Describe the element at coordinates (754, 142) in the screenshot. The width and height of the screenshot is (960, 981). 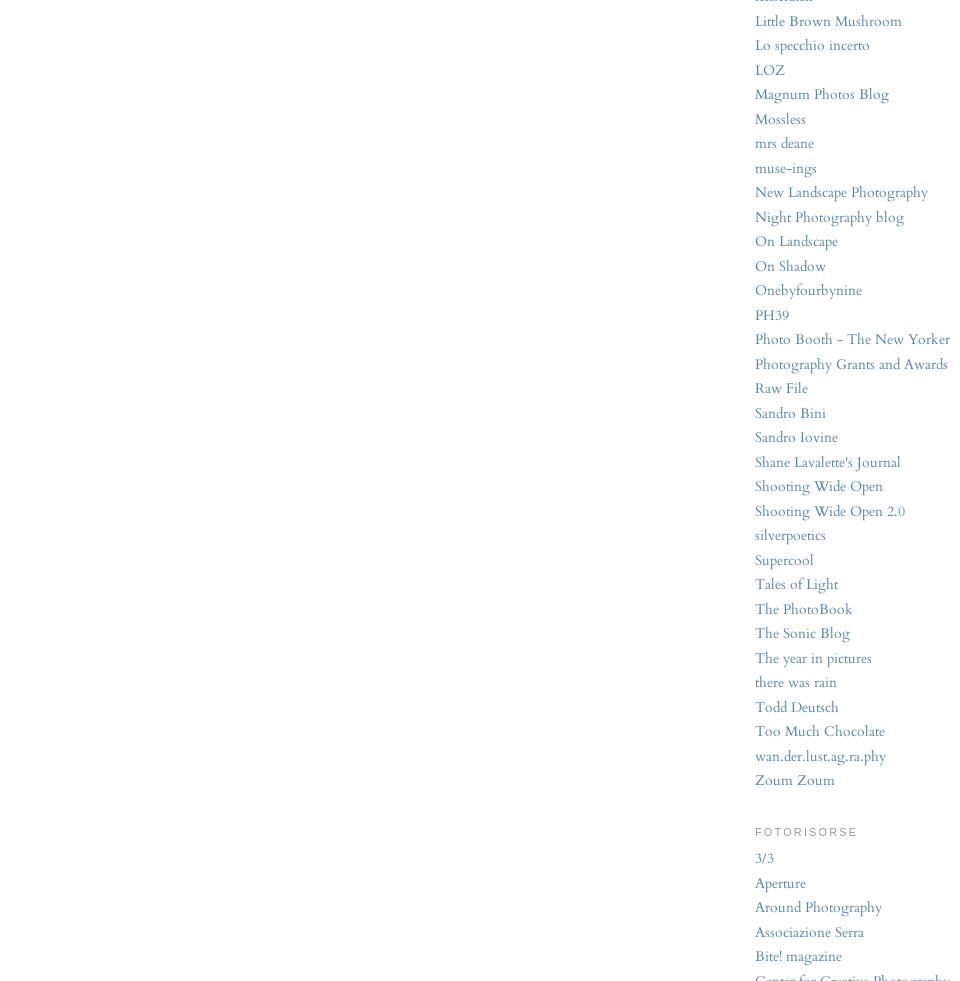
I see `'mrs deane'` at that location.